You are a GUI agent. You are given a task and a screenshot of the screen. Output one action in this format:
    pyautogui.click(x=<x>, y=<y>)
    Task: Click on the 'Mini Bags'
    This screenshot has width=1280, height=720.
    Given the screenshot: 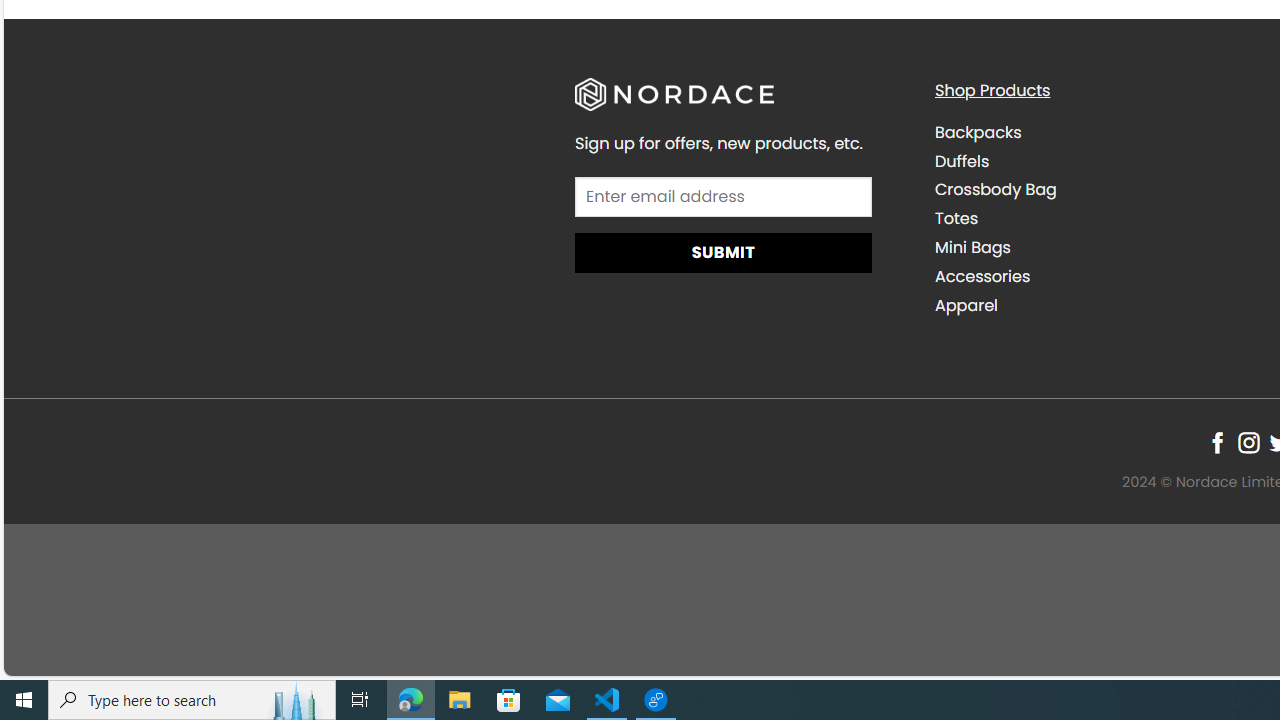 What is the action you would take?
    pyautogui.click(x=1098, y=246)
    